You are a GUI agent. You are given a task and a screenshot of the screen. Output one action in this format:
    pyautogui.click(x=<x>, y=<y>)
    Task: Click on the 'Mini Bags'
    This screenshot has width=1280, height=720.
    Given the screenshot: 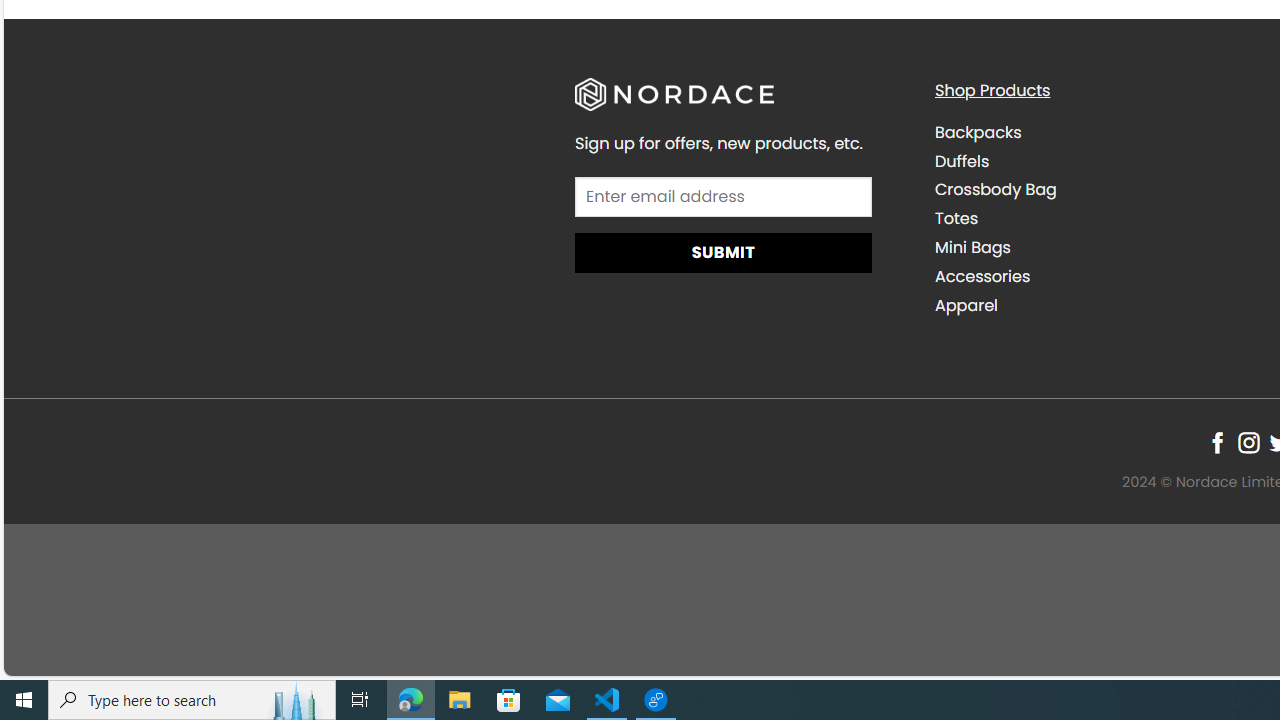 What is the action you would take?
    pyautogui.click(x=1098, y=246)
    